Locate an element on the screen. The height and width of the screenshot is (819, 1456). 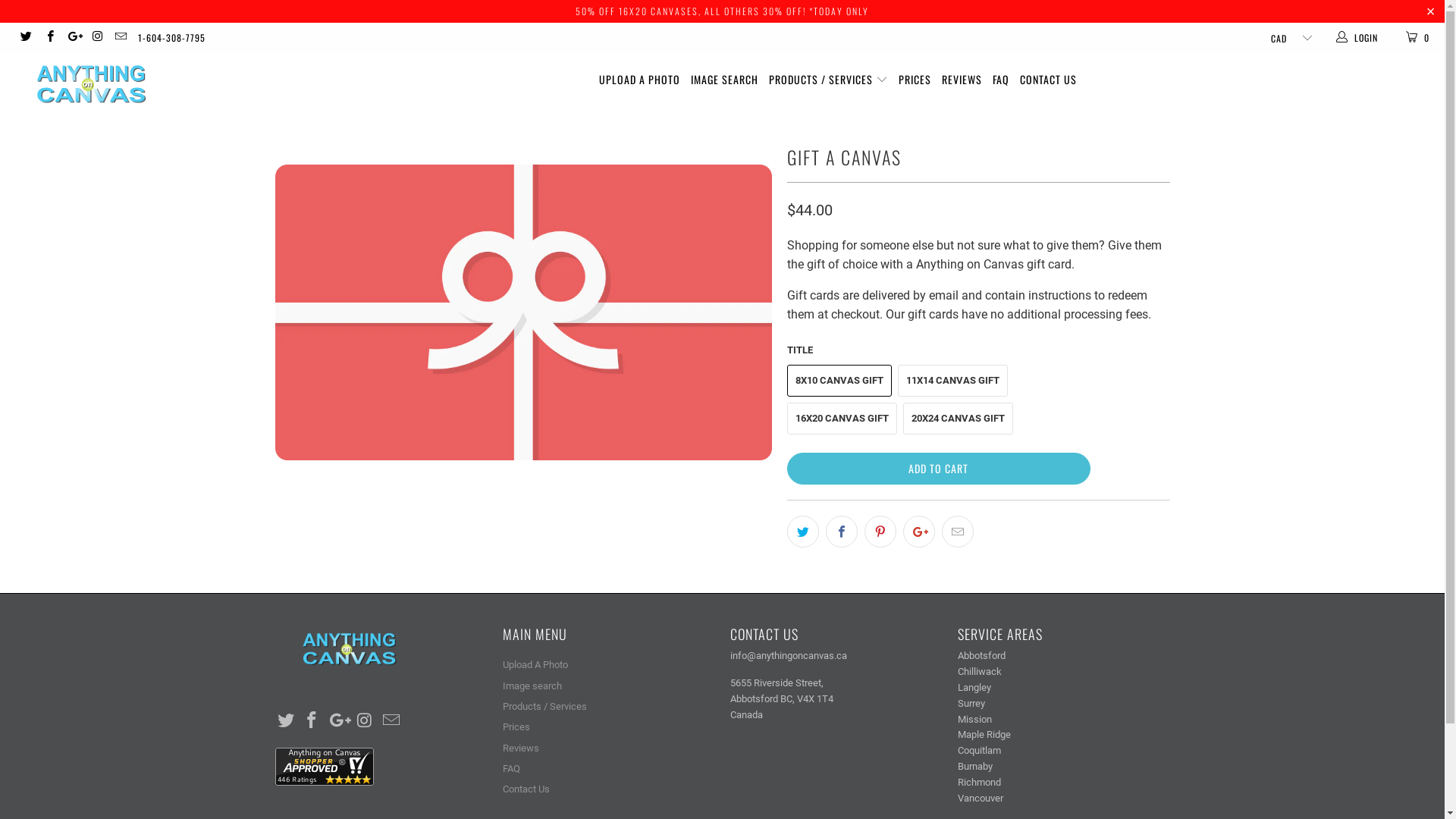
'Products / Services' is located at coordinates (544, 706).